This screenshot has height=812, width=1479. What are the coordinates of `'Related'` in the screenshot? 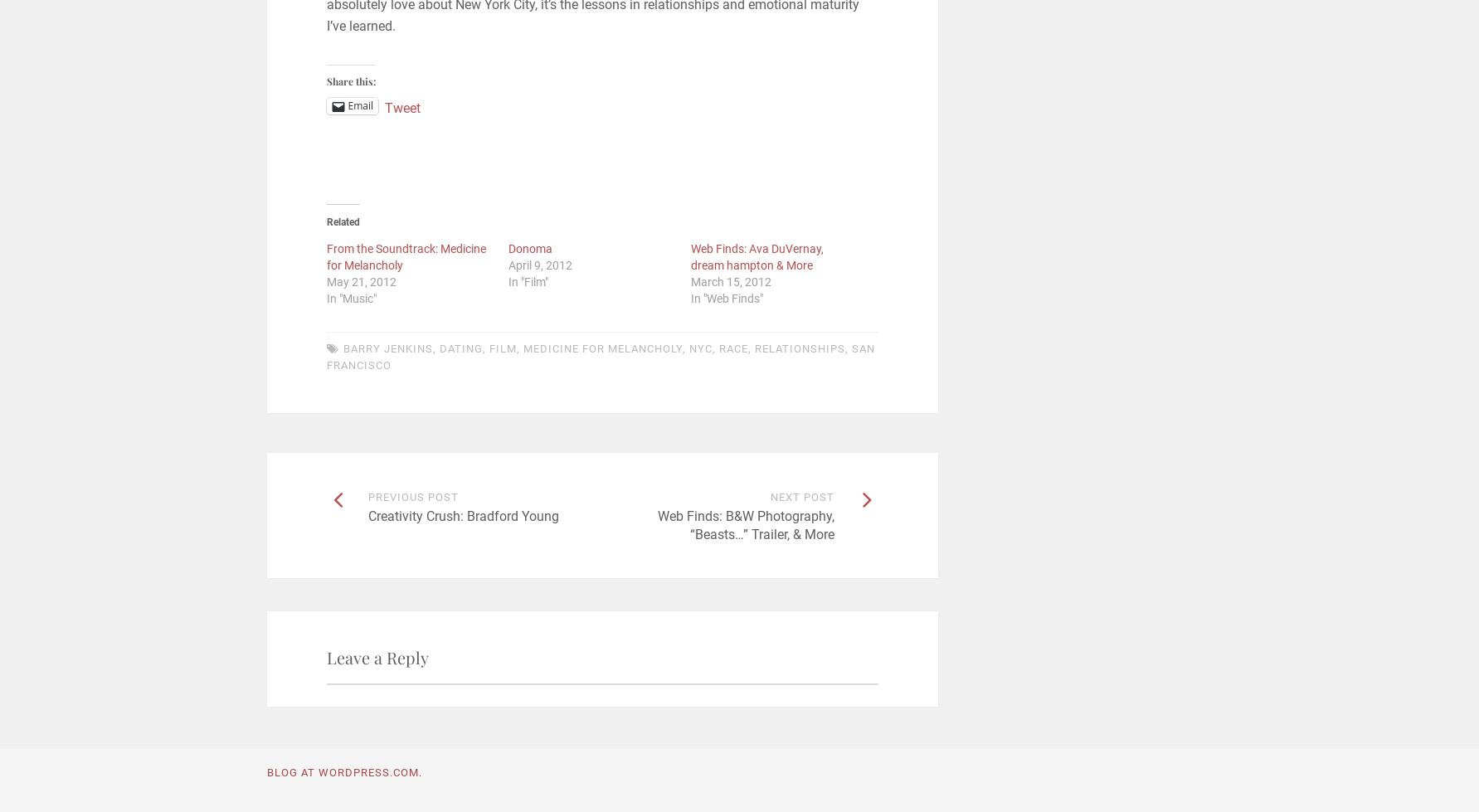 It's located at (342, 221).